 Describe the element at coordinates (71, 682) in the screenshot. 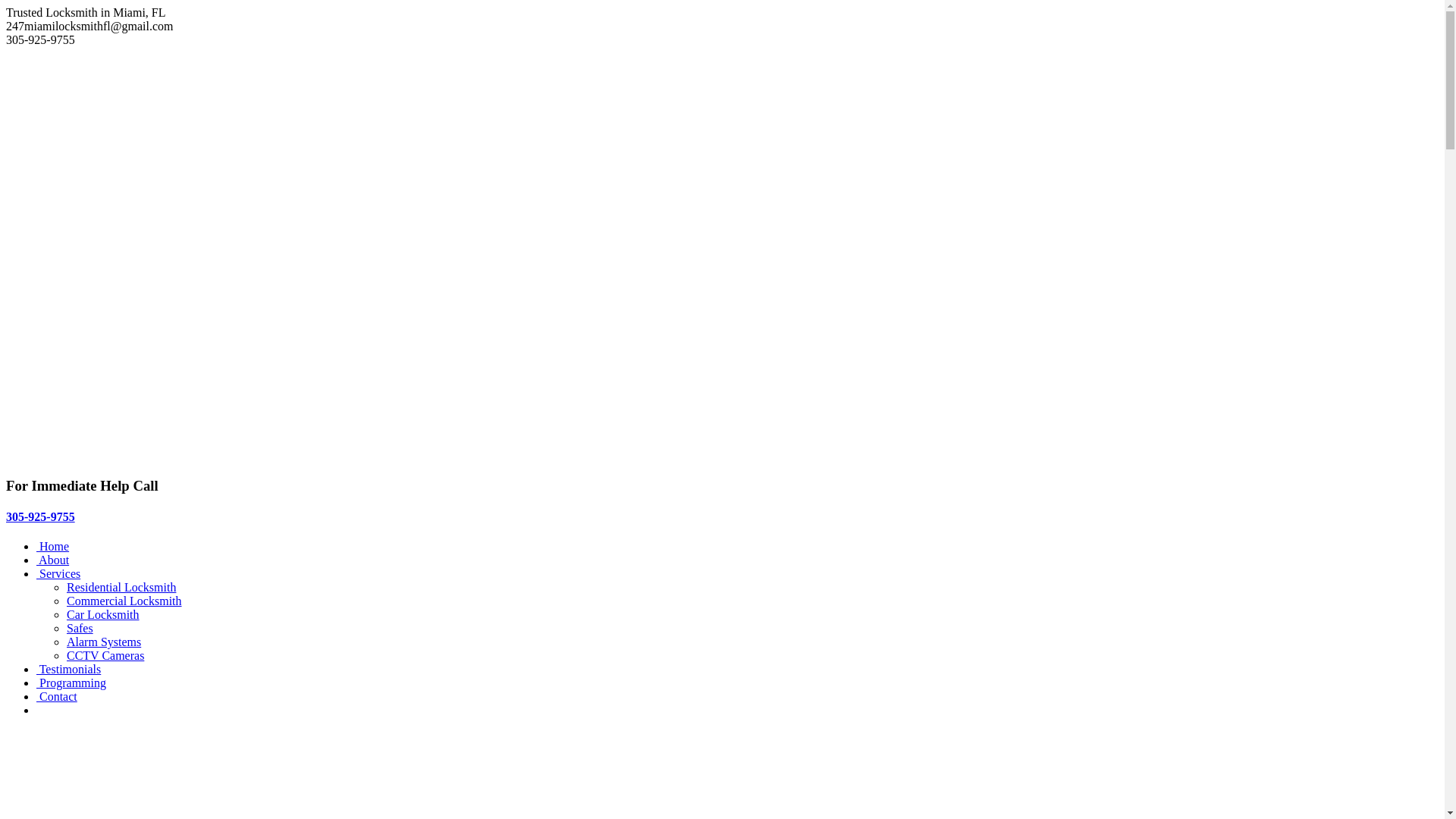

I see `' Programming'` at that location.